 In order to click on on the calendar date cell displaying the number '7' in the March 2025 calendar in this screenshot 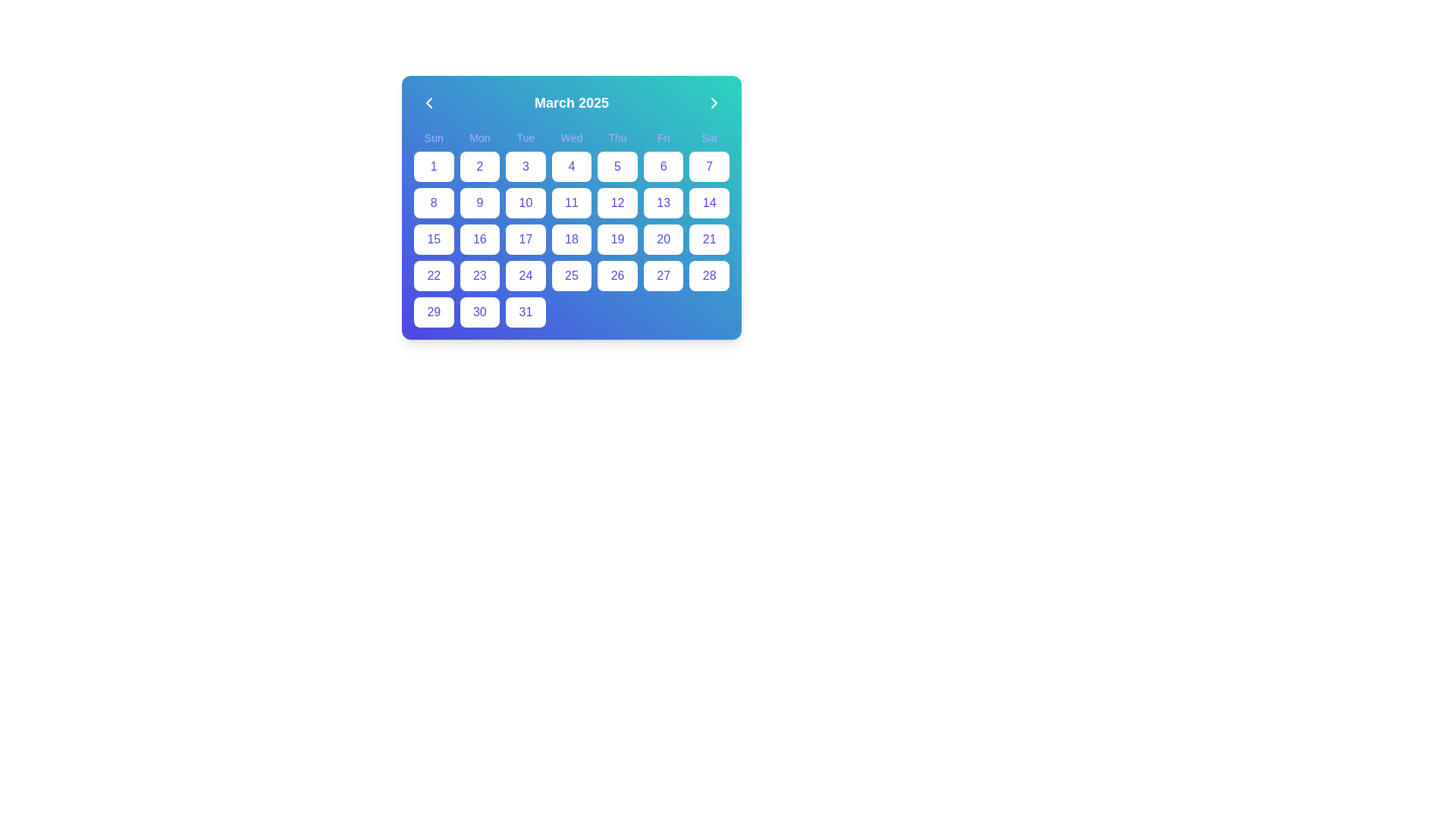, I will do `click(708, 166)`.